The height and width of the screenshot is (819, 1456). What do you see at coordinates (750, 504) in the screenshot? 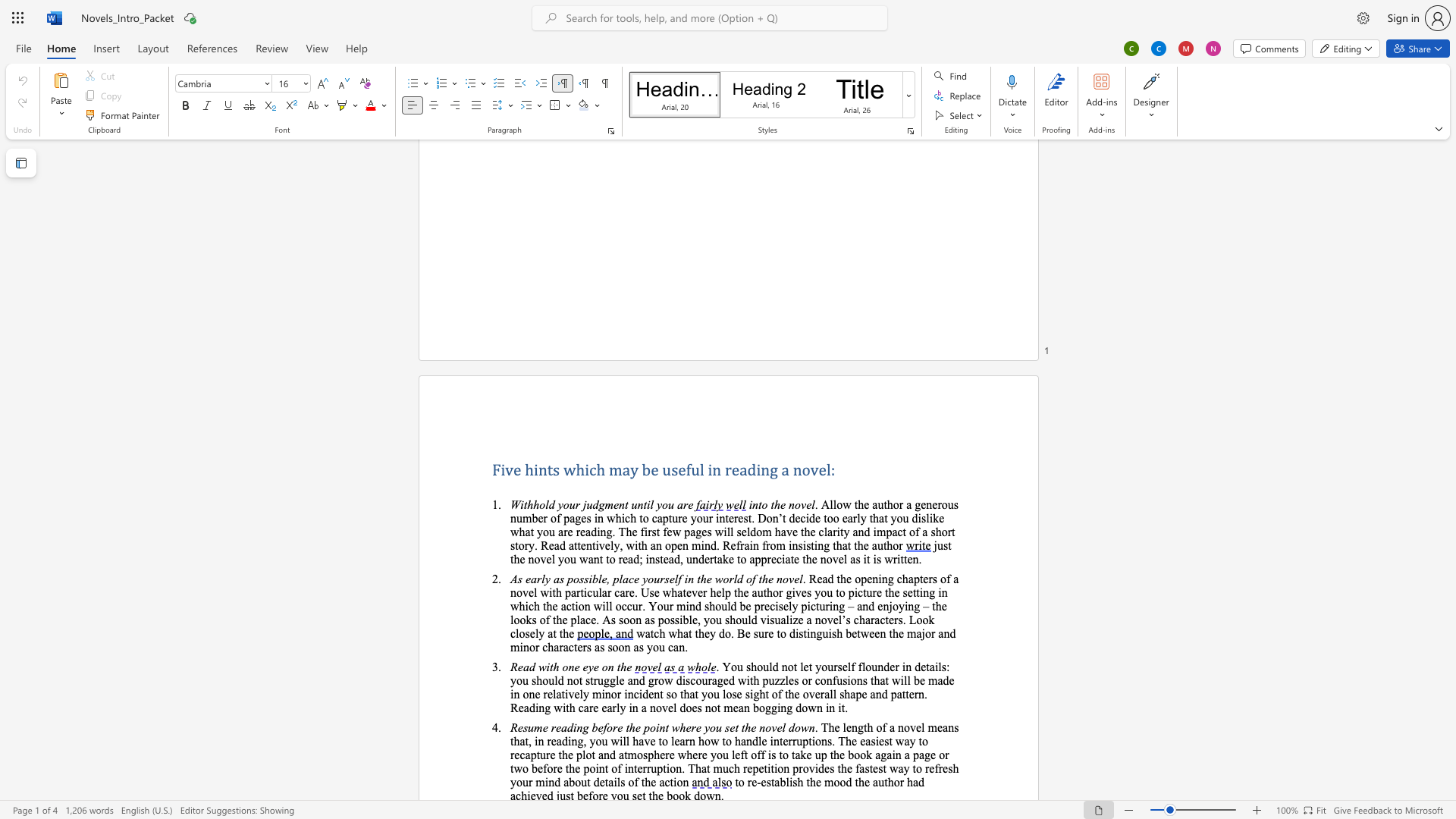
I see `the 1th character "i" in the text` at bounding box center [750, 504].